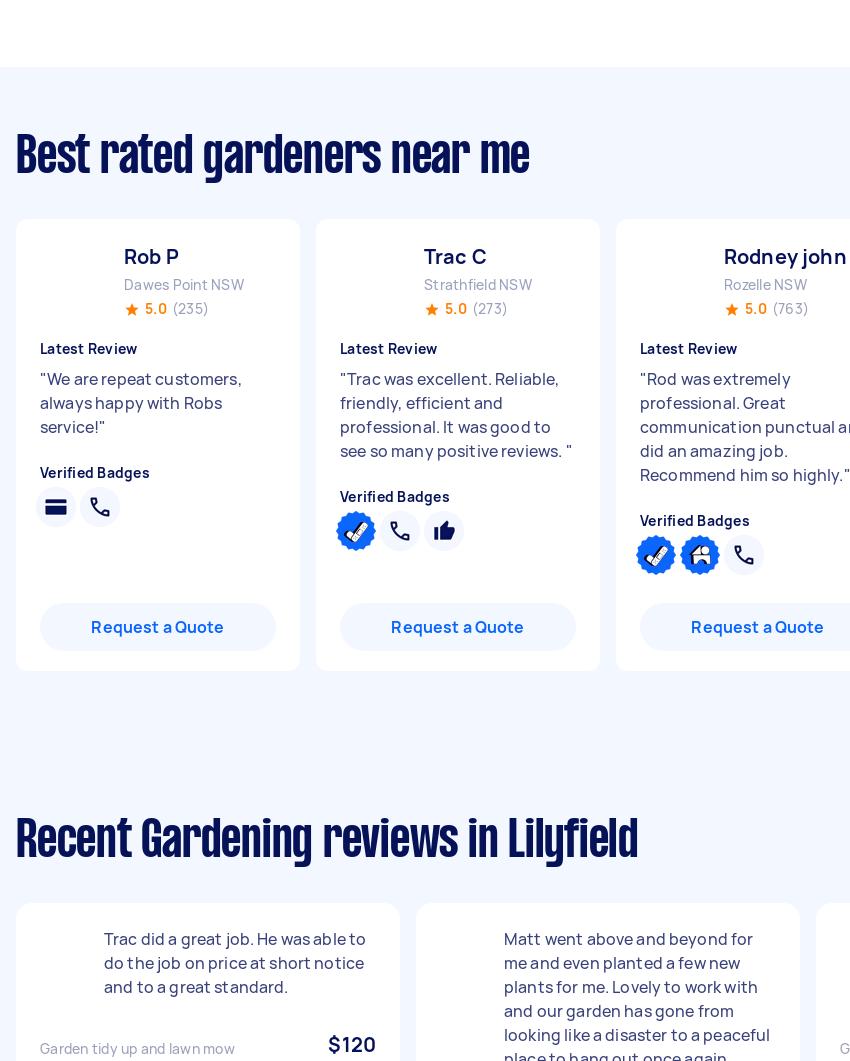 Image resolution: width=850 pixels, height=1061 pixels. I want to click on 'Dawes Point NSW', so click(182, 282).